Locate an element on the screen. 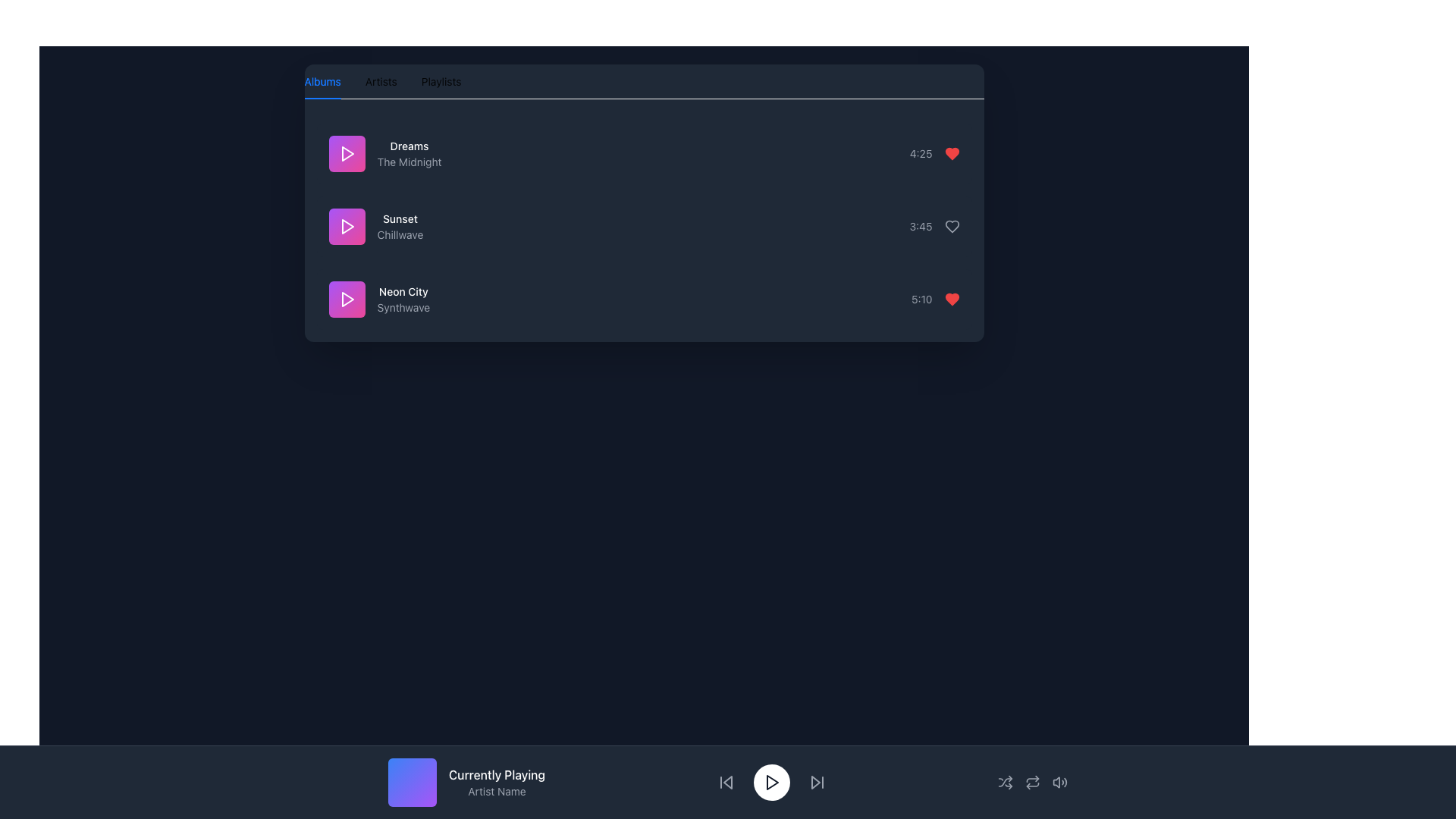  the 'Playlists' tab, which is the third tab in the horizontal list of navigational tabs located at the top of the central panel is located at coordinates (441, 82).